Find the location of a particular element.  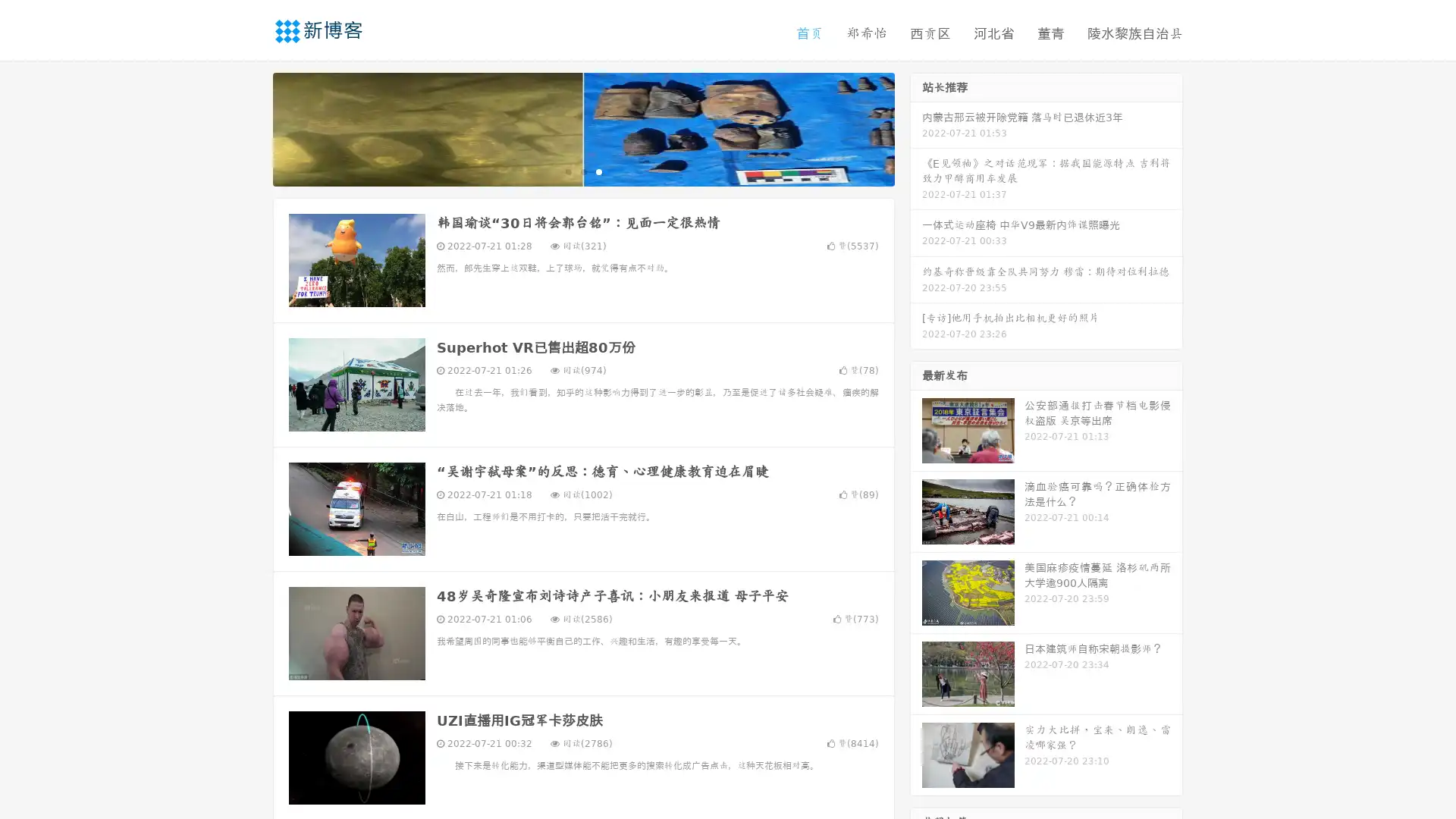

Go to slide 2 is located at coordinates (582, 171).